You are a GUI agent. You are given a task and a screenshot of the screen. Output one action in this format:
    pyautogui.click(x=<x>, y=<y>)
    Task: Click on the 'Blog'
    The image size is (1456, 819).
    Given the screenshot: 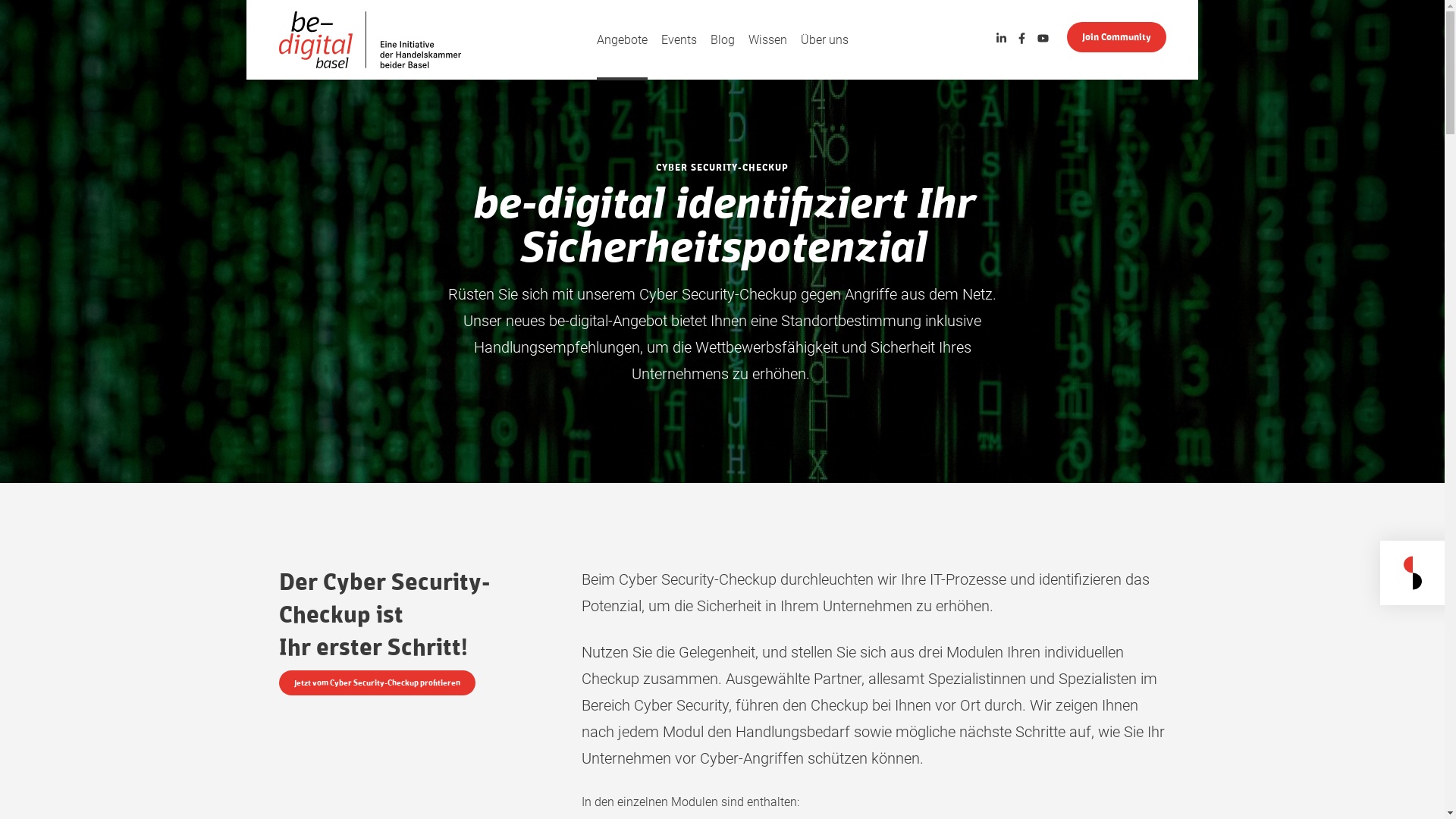 What is the action you would take?
    pyautogui.click(x=709, y=39)
    